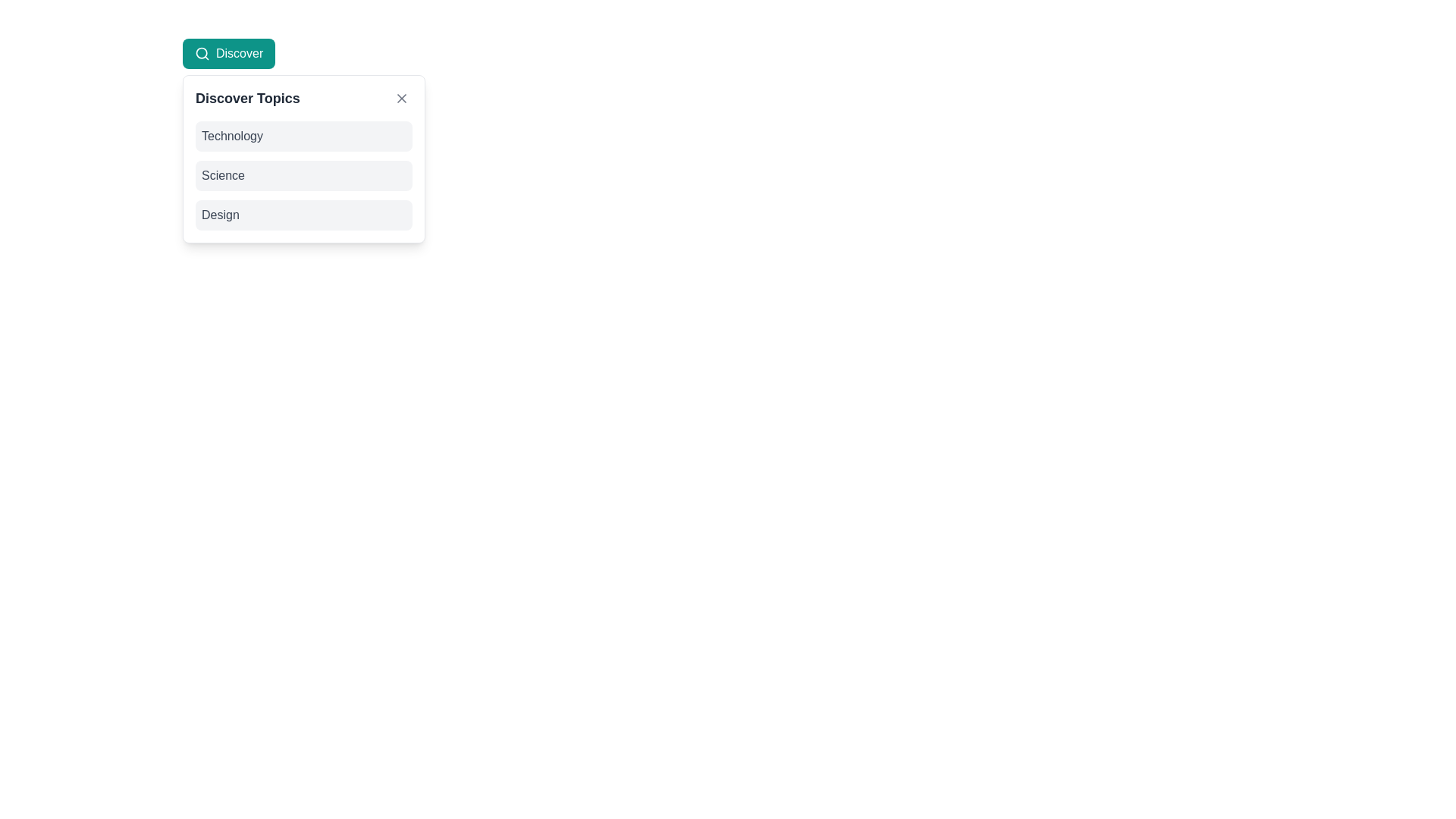 The width and height of the screenshot is (1456, 819). Describe the element at coordinates (202, 52) in the screenshot. I see `the search icon located to the left of the green 'Discover' button` at that location.